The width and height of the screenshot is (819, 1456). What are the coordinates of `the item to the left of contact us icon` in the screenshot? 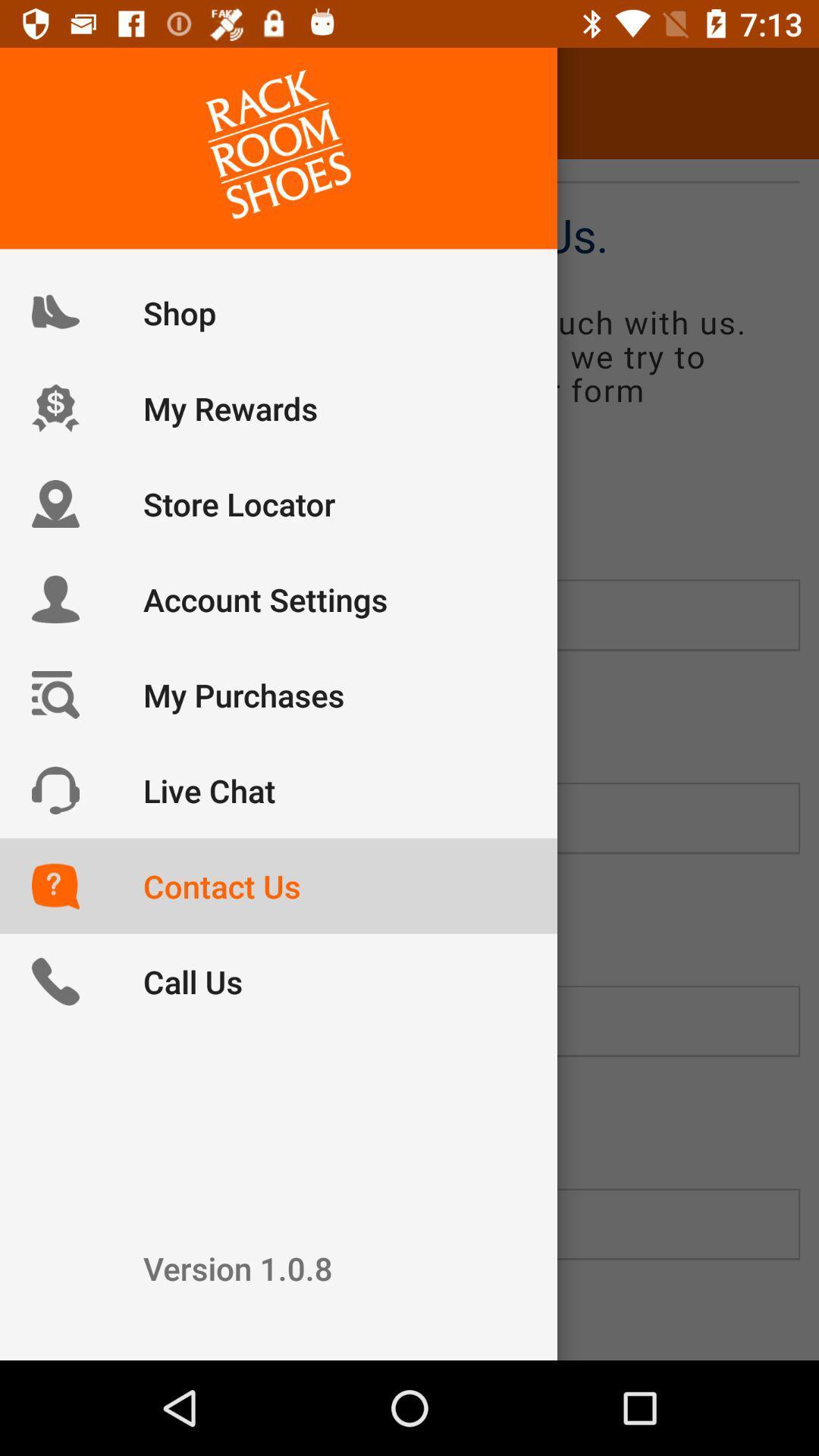 It's located at (55, 102).